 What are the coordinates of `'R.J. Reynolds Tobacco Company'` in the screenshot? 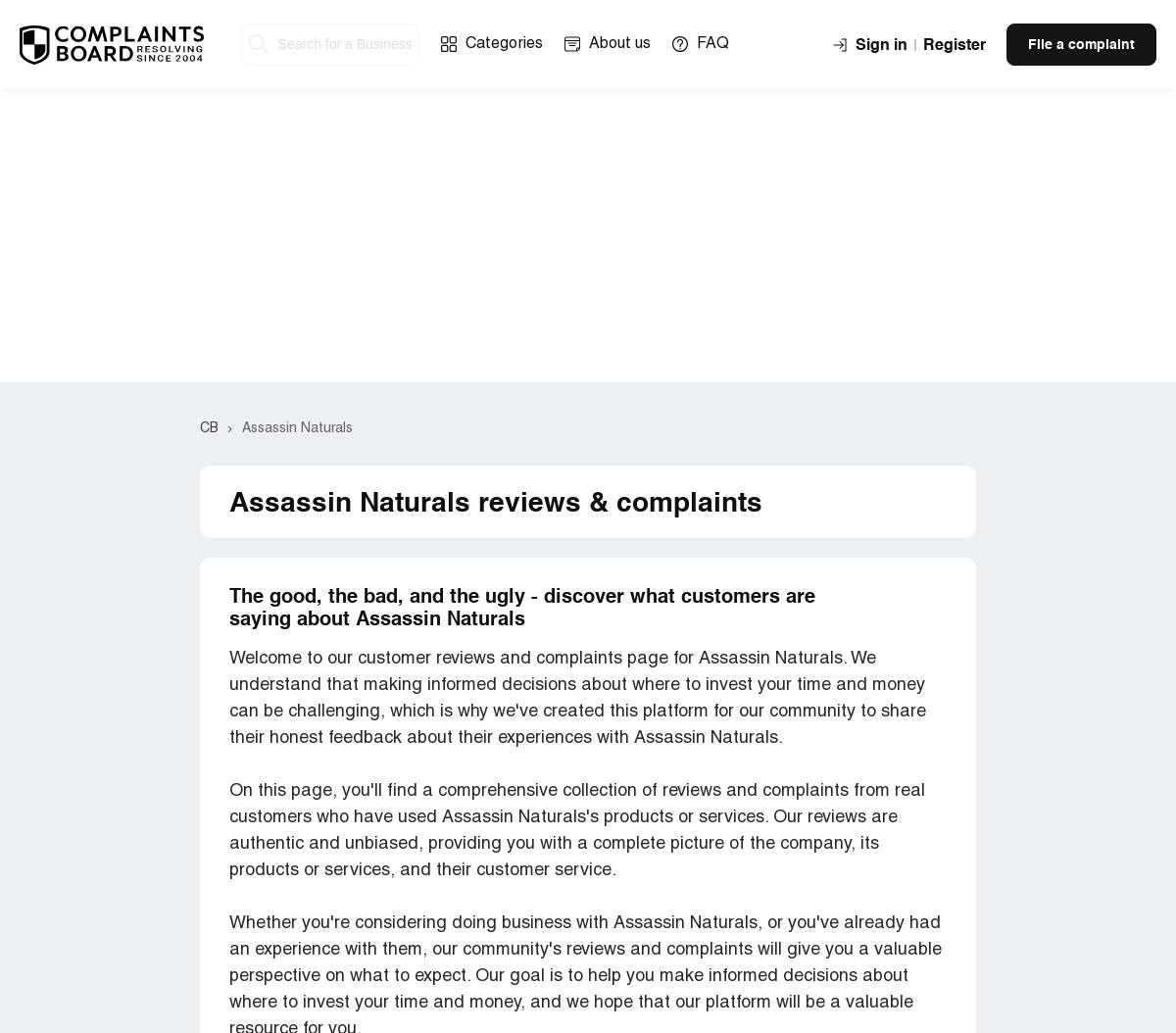 It's located at (359, 247).